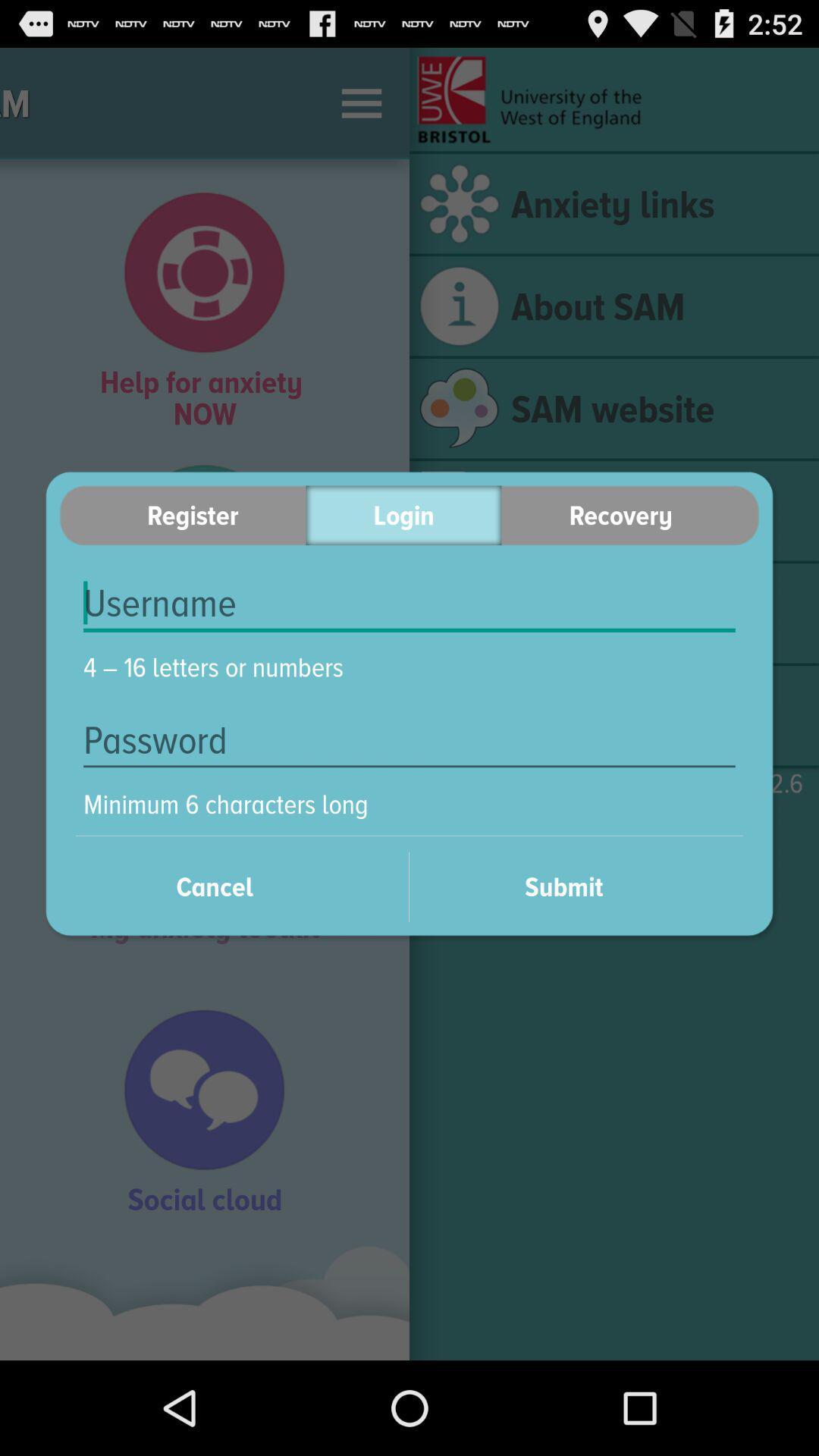 The width and height of the screenshot is (819, 1456). I want to click on recovery, so click(630, 515).